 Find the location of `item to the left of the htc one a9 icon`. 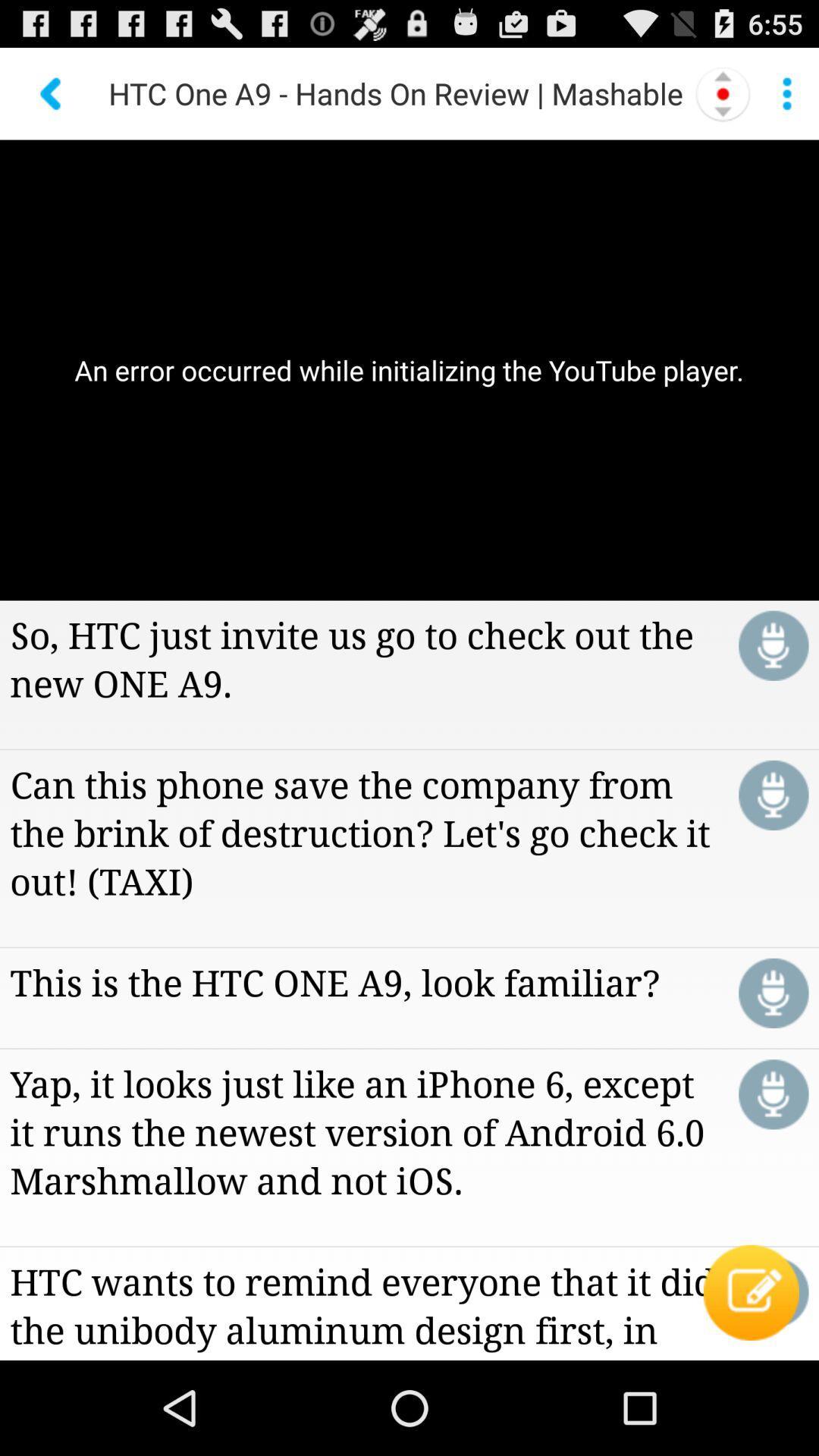

item to the left of the htc one a9 icon is located at coordinates (52, 93).